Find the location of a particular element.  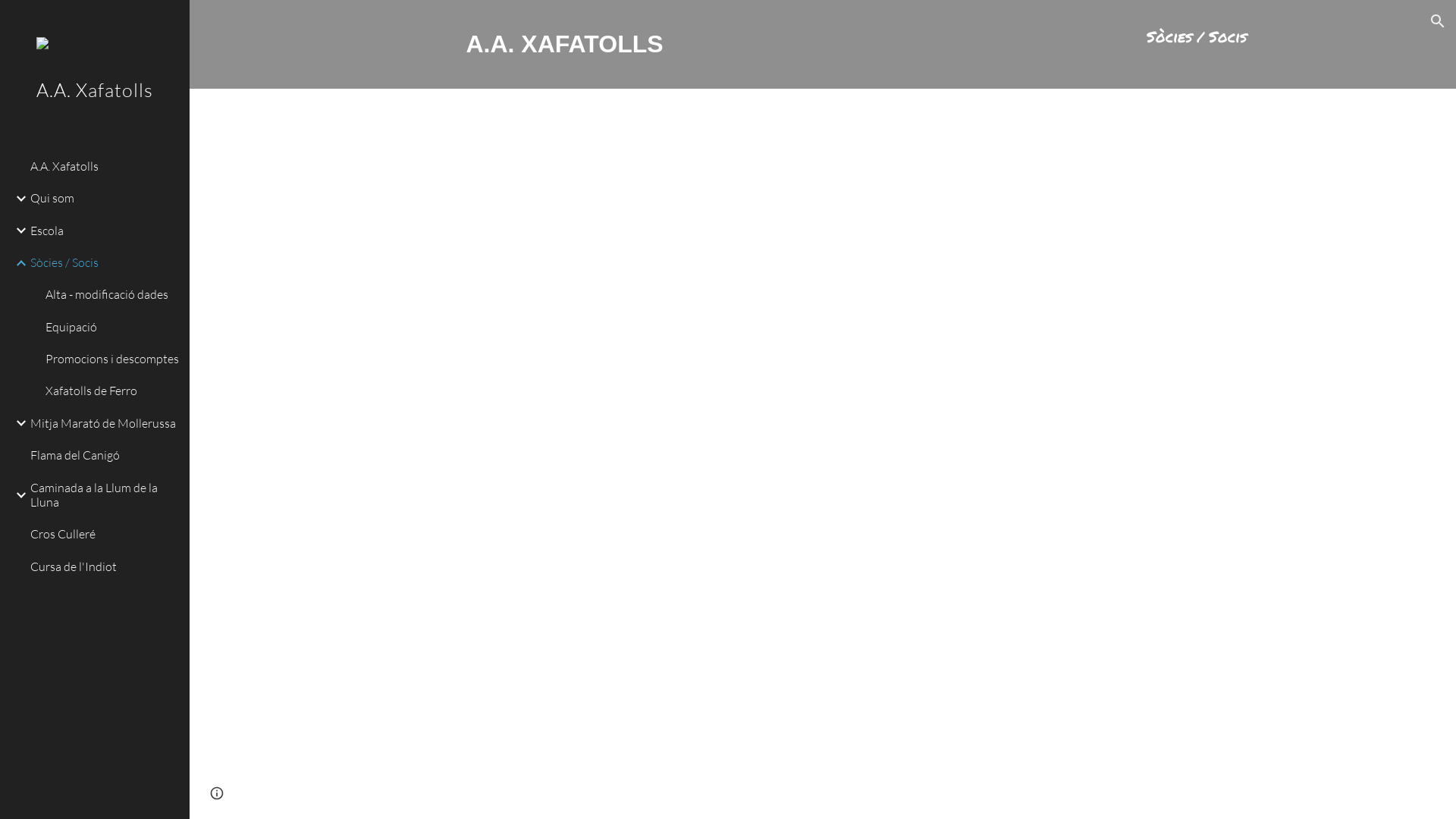

'Escola' is located at coordinates (103, 231).